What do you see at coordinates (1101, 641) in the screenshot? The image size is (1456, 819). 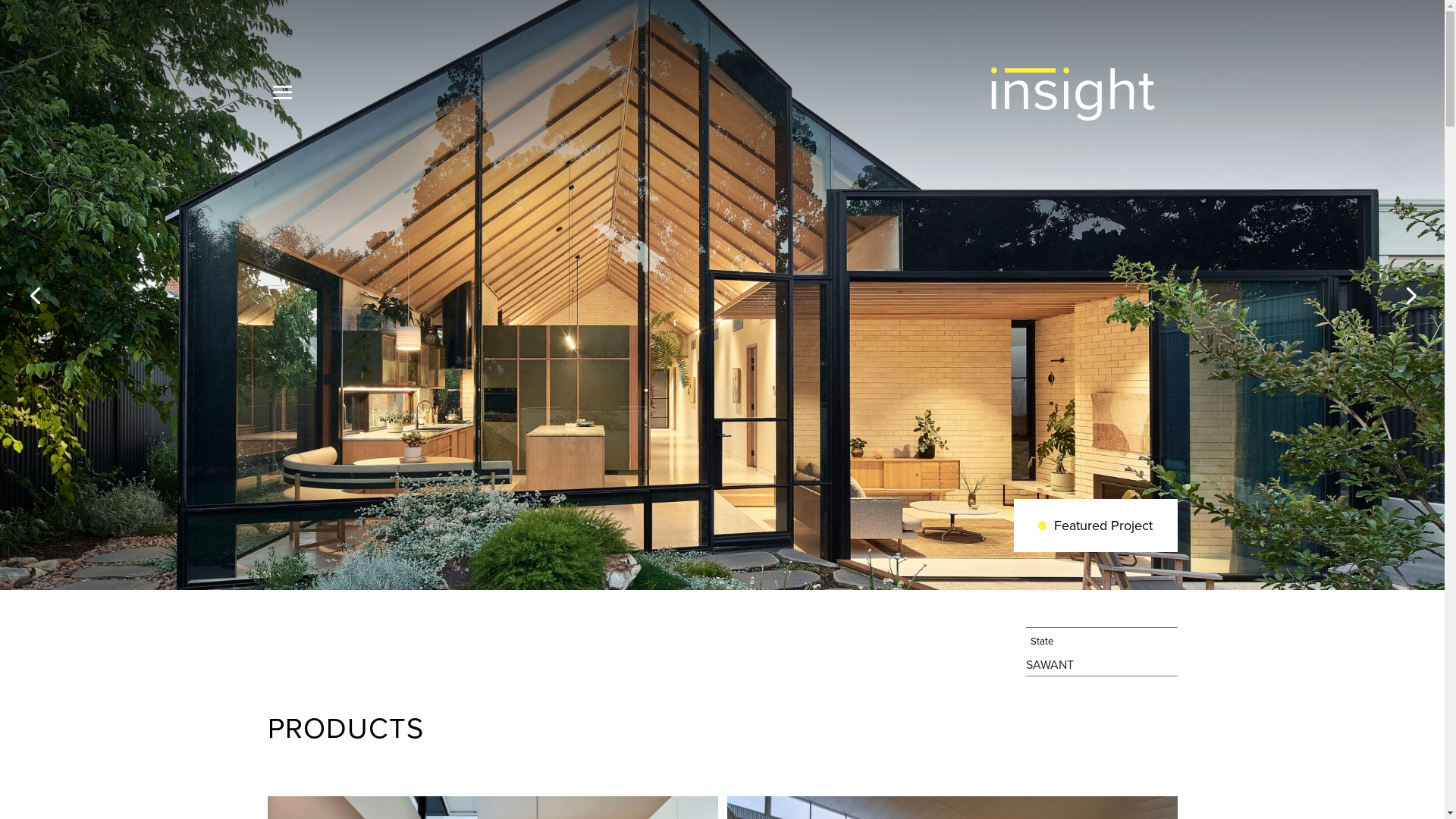 I see `'State'` at bounding box center [1101, 641].